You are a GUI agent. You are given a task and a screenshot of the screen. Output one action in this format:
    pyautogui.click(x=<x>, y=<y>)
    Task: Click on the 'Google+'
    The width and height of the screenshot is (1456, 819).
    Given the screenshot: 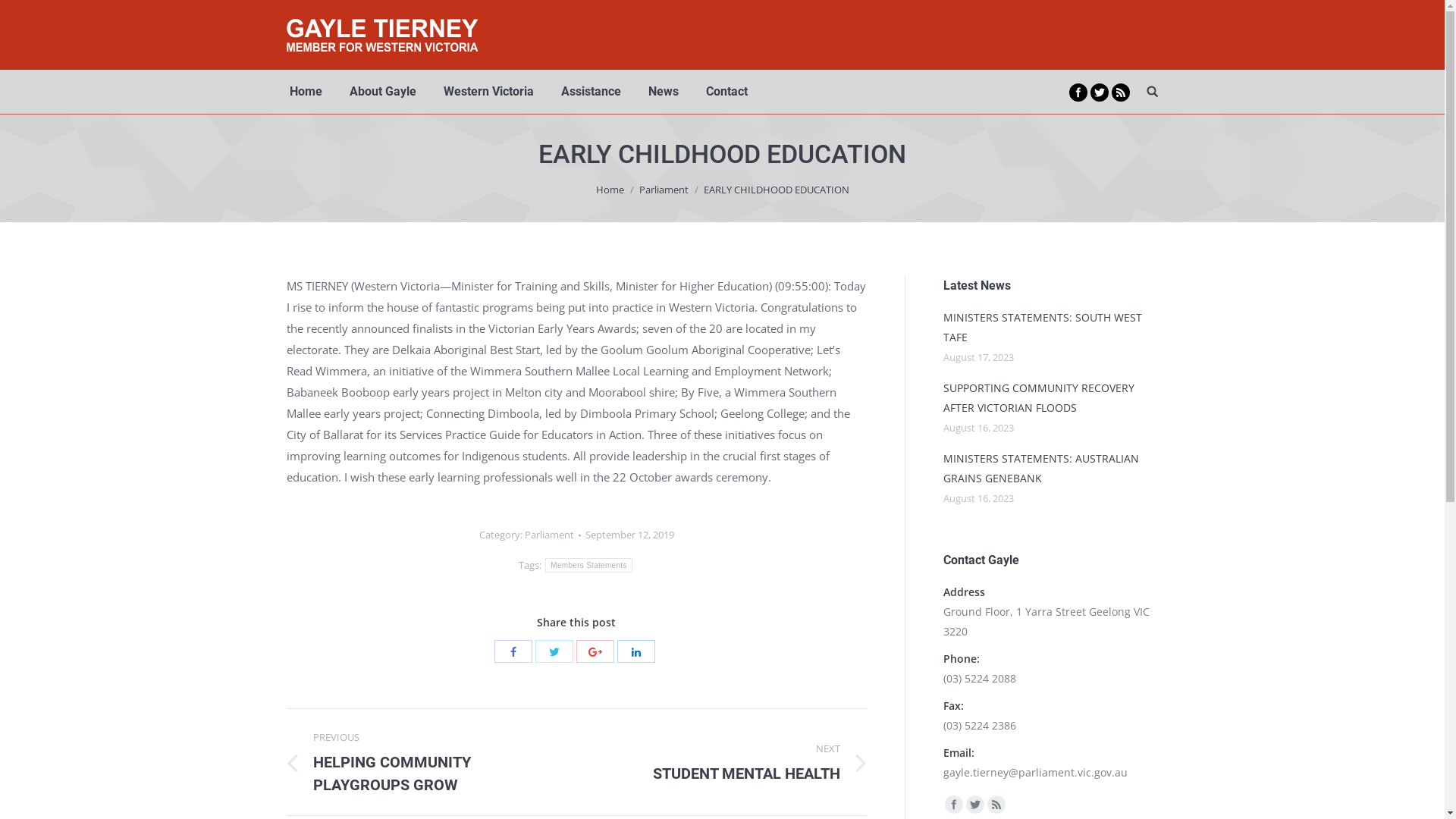 What is the action you would take?
    pyautogui.click(x=595, y=651)
    